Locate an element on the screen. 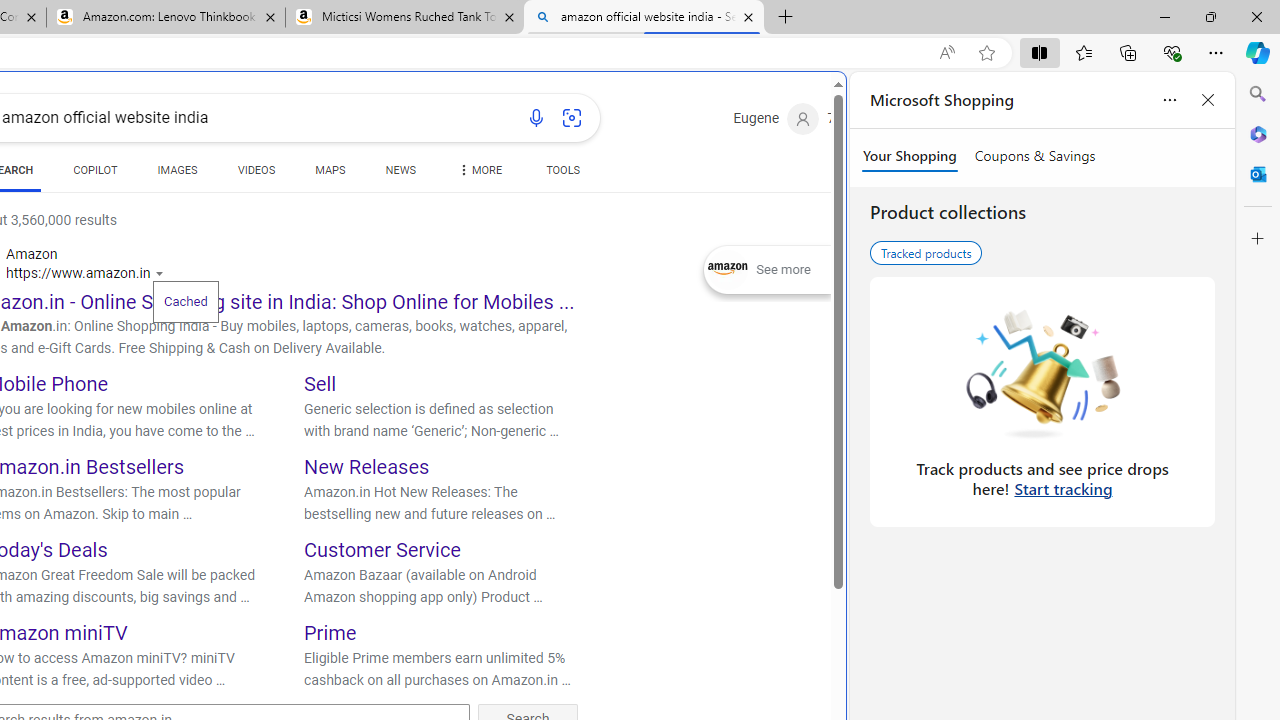 This screenshot has height=720, width=1280. 'MAPS' is located at coordinates (330, 170).